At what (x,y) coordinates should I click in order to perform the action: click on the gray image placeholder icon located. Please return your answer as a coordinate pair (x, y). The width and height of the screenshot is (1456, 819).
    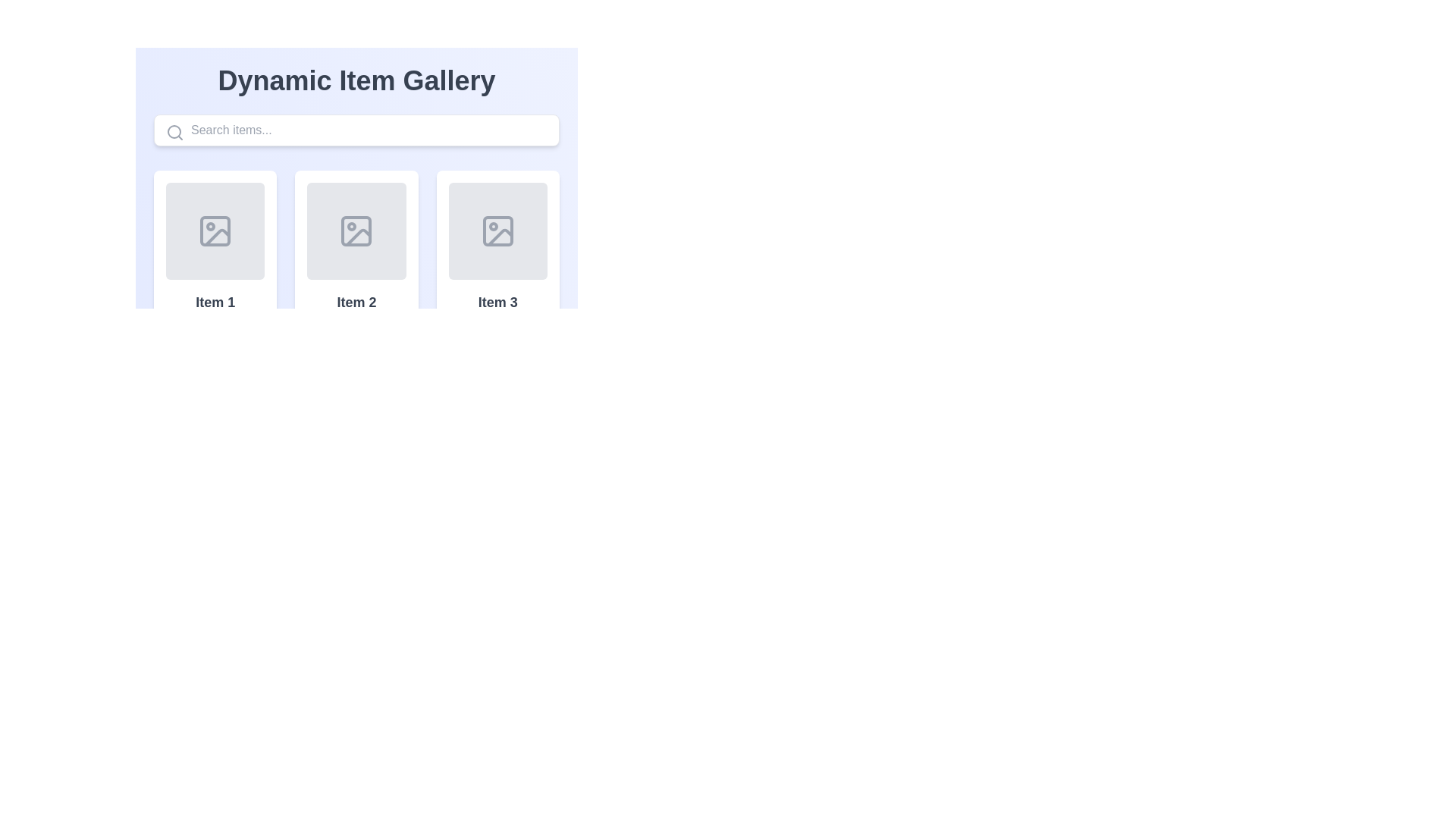
    Looking at the image, I should click on (356, 231).